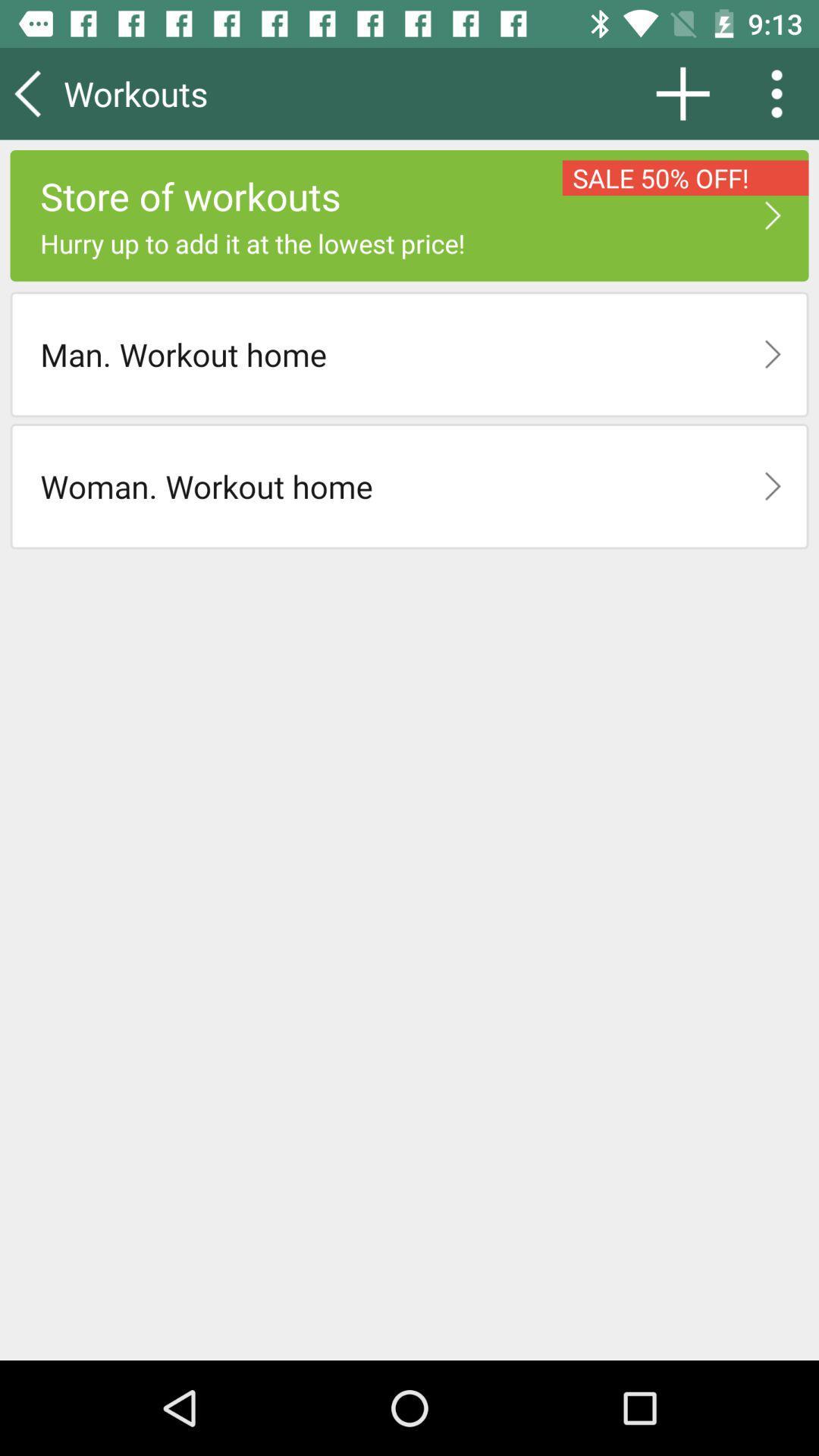  Describe the element at coordinates (682, 93) in the screenshot. I see `app next to the workouts icon` at that location.